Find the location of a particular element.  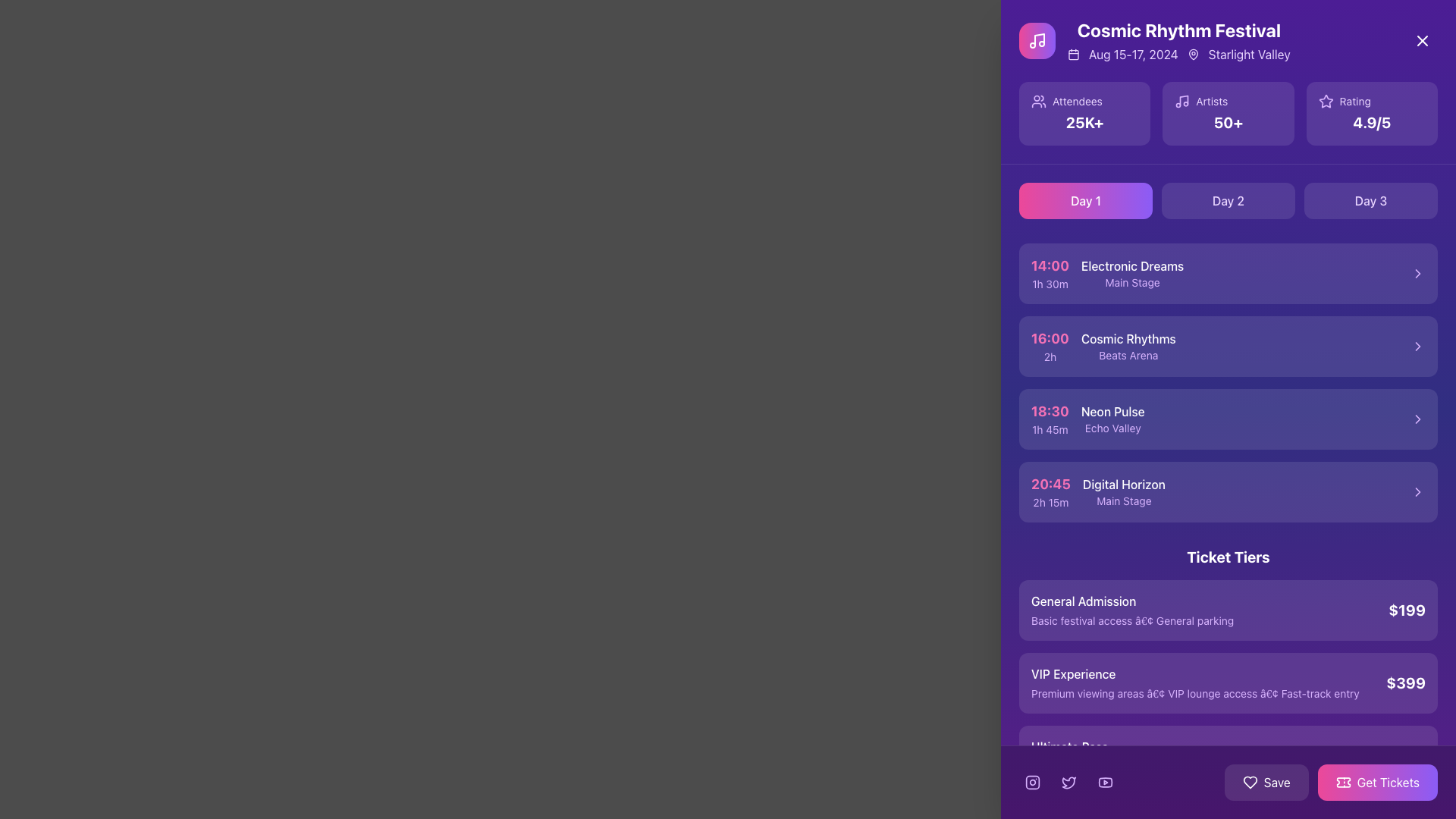

the rightmost icon associated with the '16:00 Cosmic Rhythms Beats Arena' event is located at coordinates (1417, 346).